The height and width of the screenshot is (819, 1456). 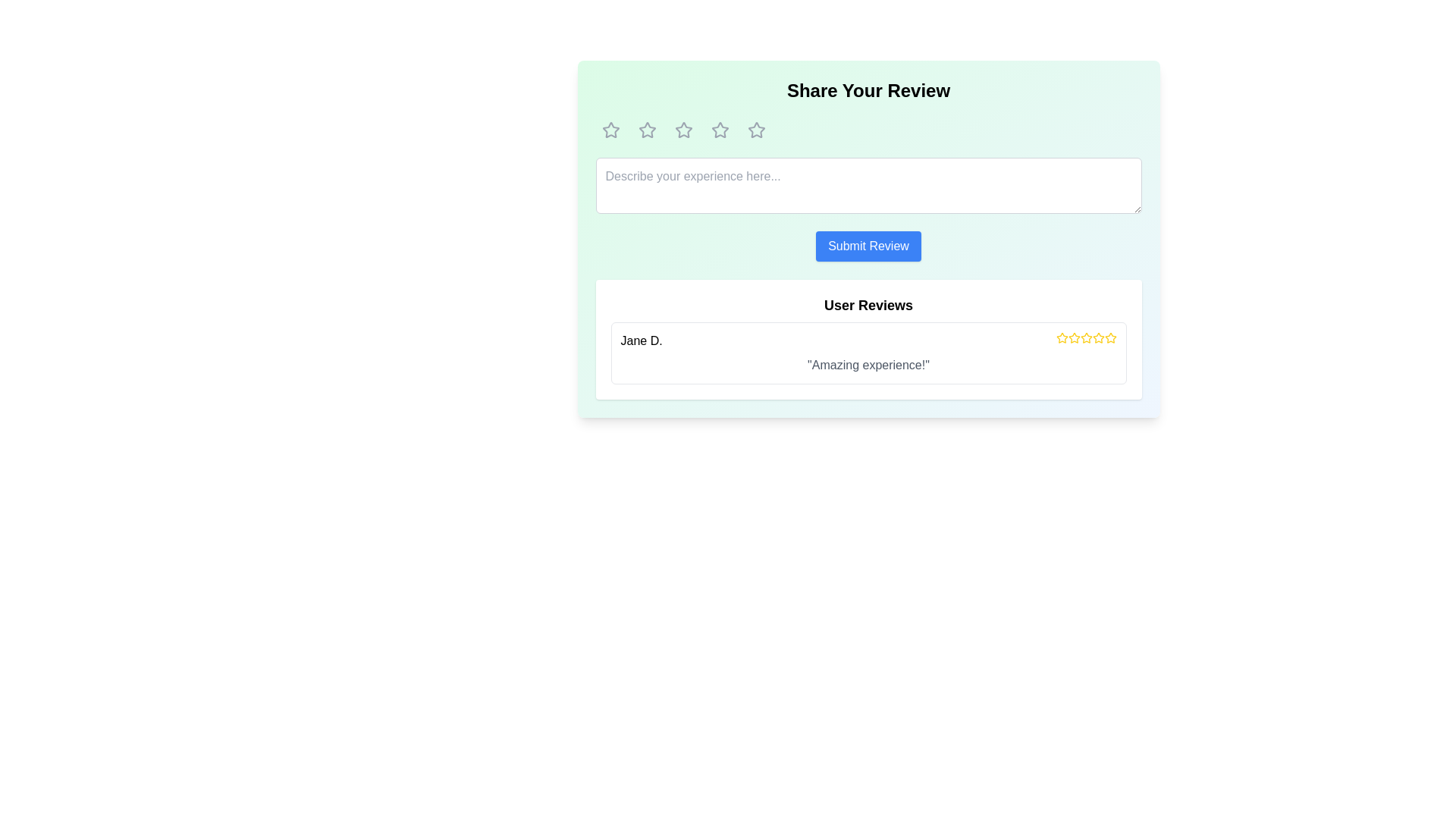 I want to click on the last yellow star icon in the 'User Reviews' section, so click(x=1110, y=337).